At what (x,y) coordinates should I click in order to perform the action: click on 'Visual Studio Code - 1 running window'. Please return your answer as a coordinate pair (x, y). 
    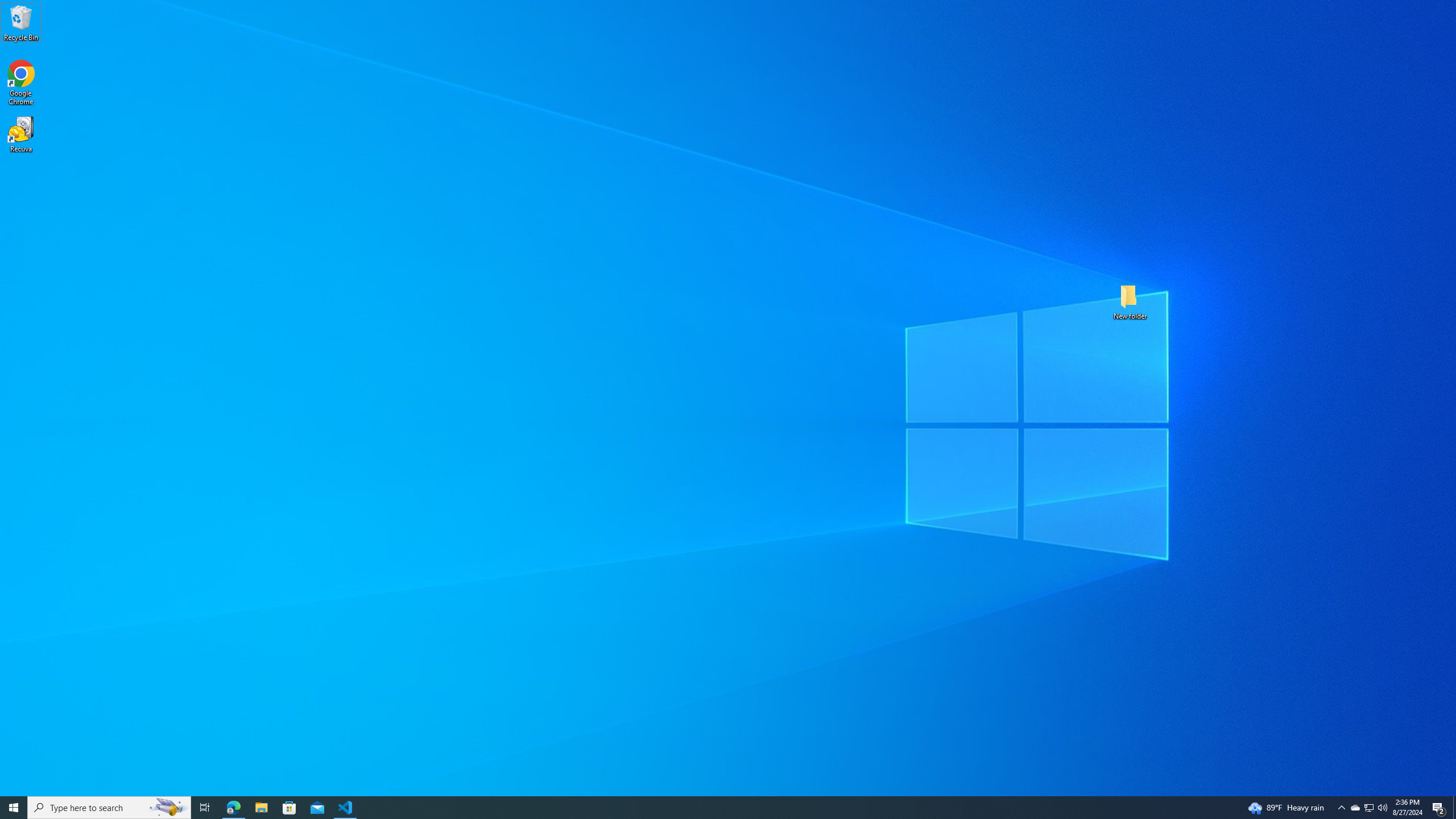
    Looking at the image, I should click on (345, 806).